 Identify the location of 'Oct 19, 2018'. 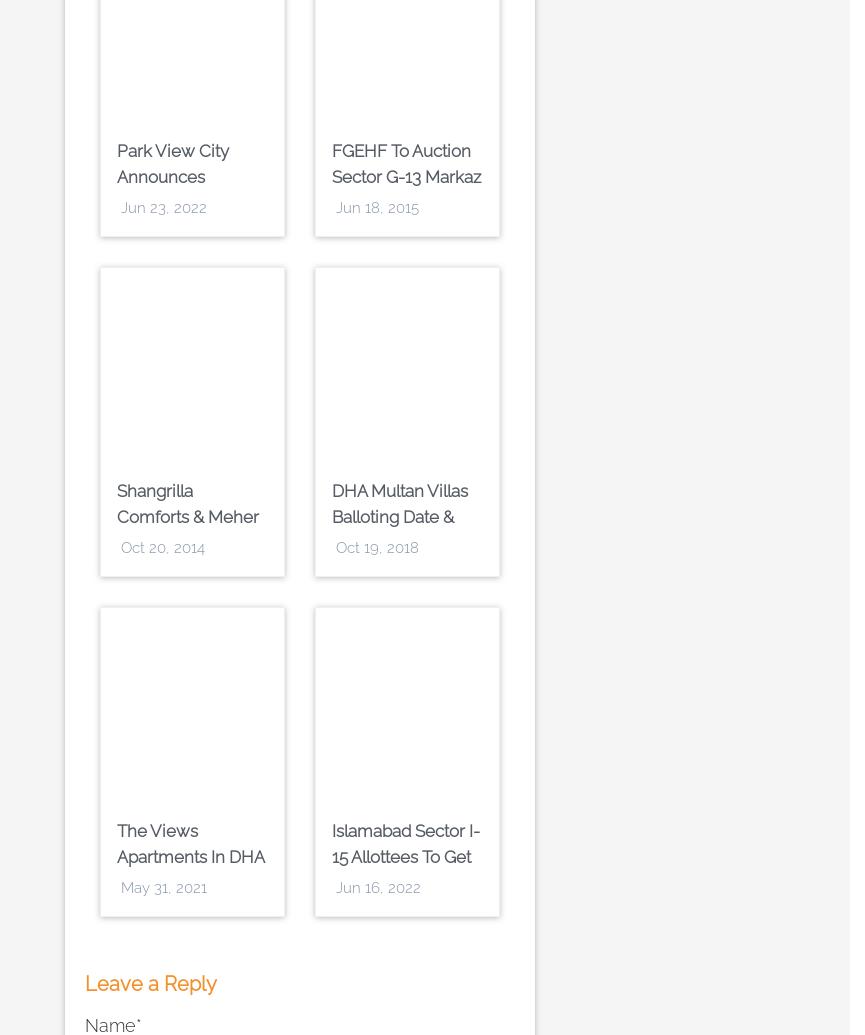
(377, 547).